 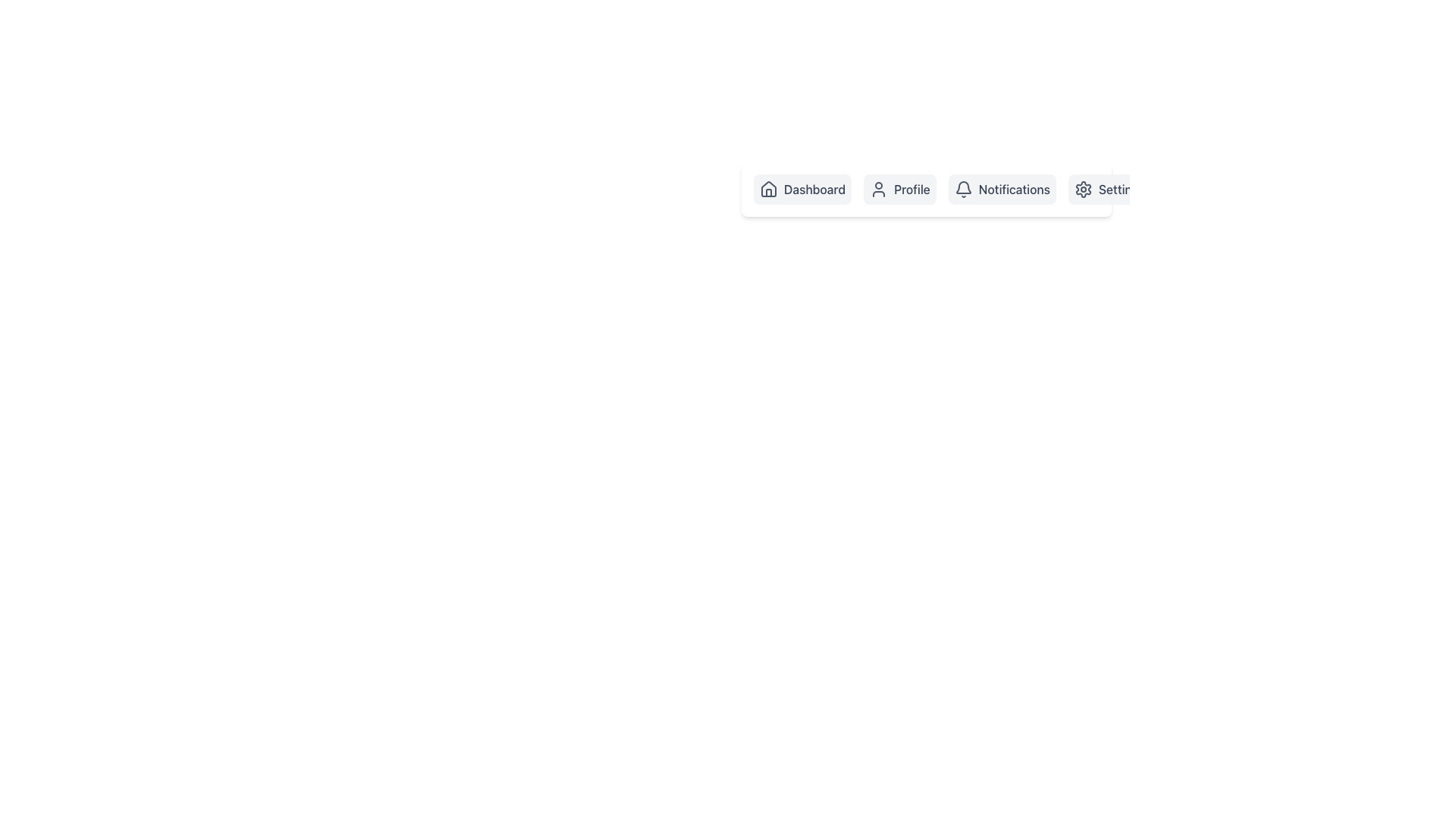 I want to click on the circular gray user icon with a stylized human head and shoulders, located to the left of the 'Profile' text in the navigation bar, so click(x=879, y=189).